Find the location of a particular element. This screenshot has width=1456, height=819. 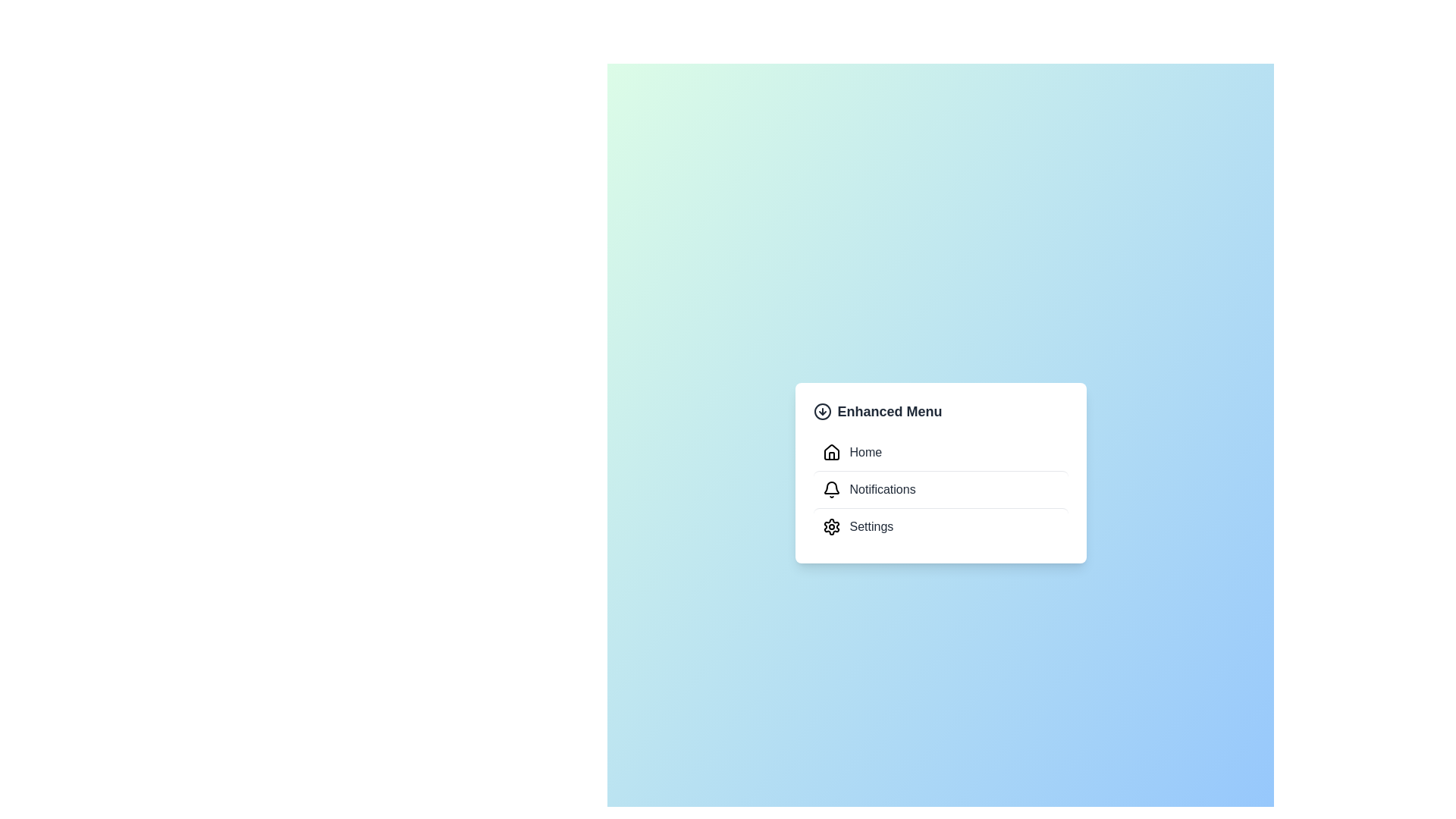

the Settings menu item to navigate is located at coordinates (940, 526).